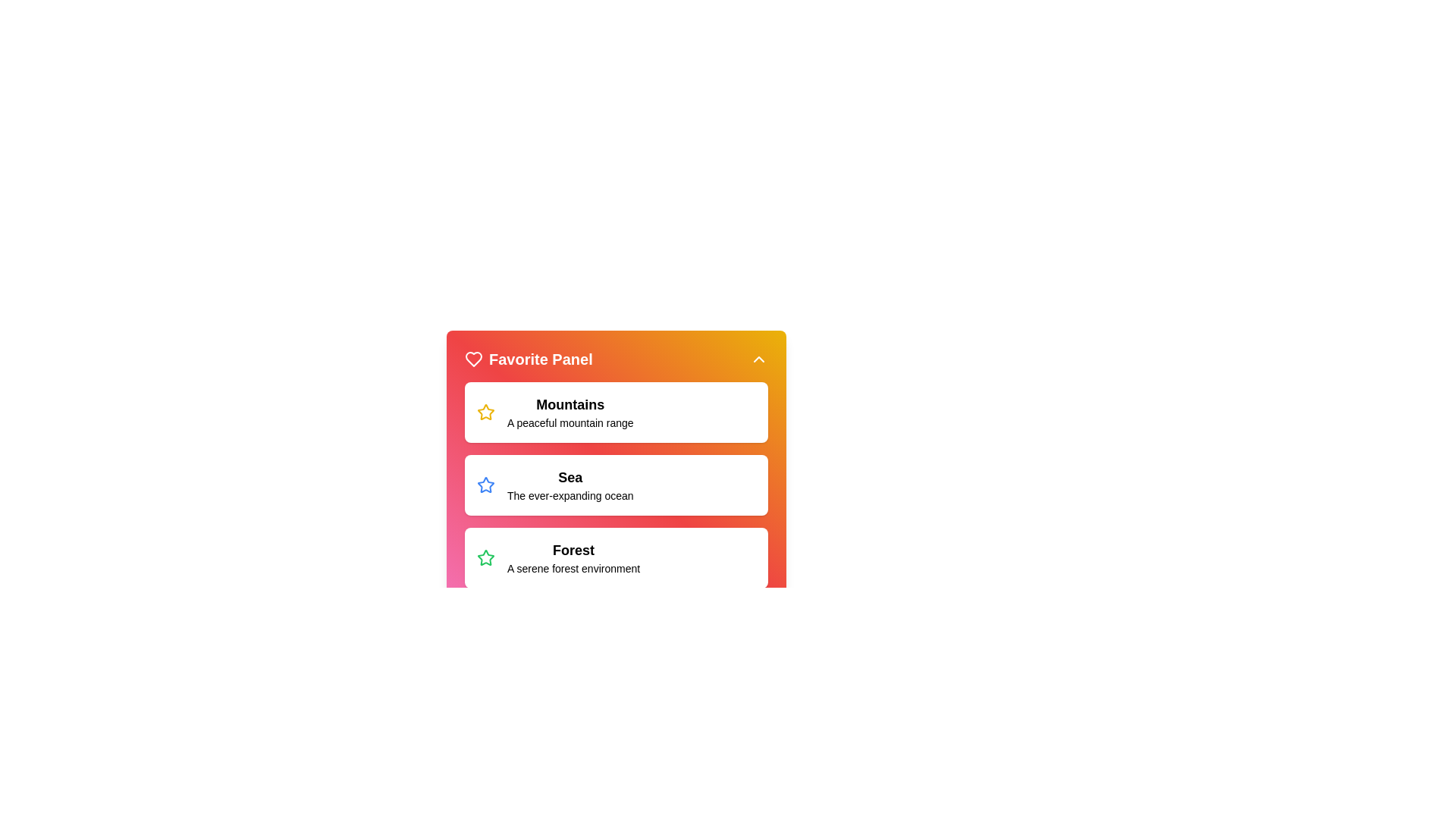 This screenshot has height=819, width=1456. I want to click on the Content block representing a selection or favorite item within the 'Favorite Panel', located below 'Mountains' and above 'Forest', so click(616, 467).